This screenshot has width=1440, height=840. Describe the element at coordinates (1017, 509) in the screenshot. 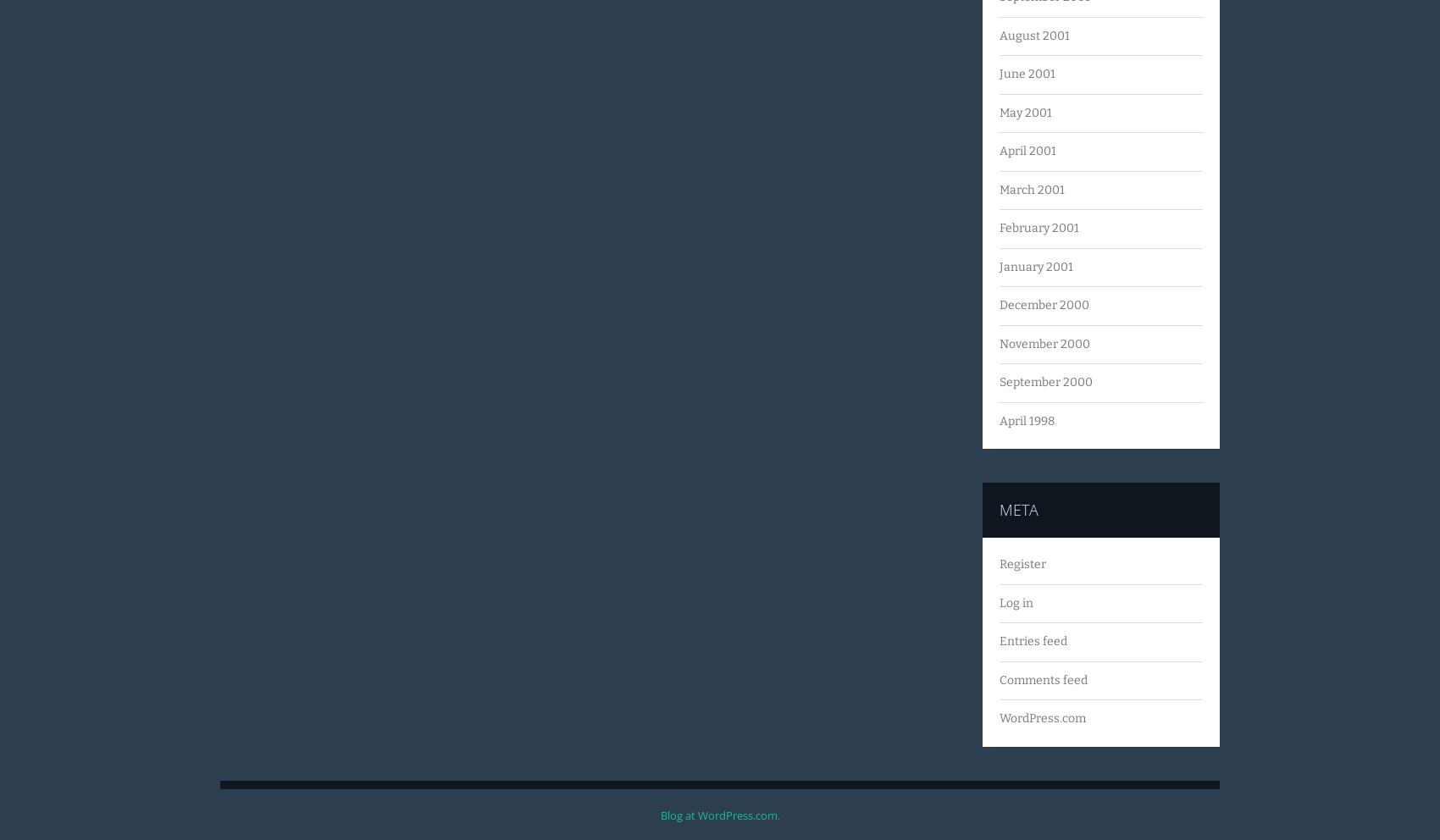

I see `'Meta'` at that location.